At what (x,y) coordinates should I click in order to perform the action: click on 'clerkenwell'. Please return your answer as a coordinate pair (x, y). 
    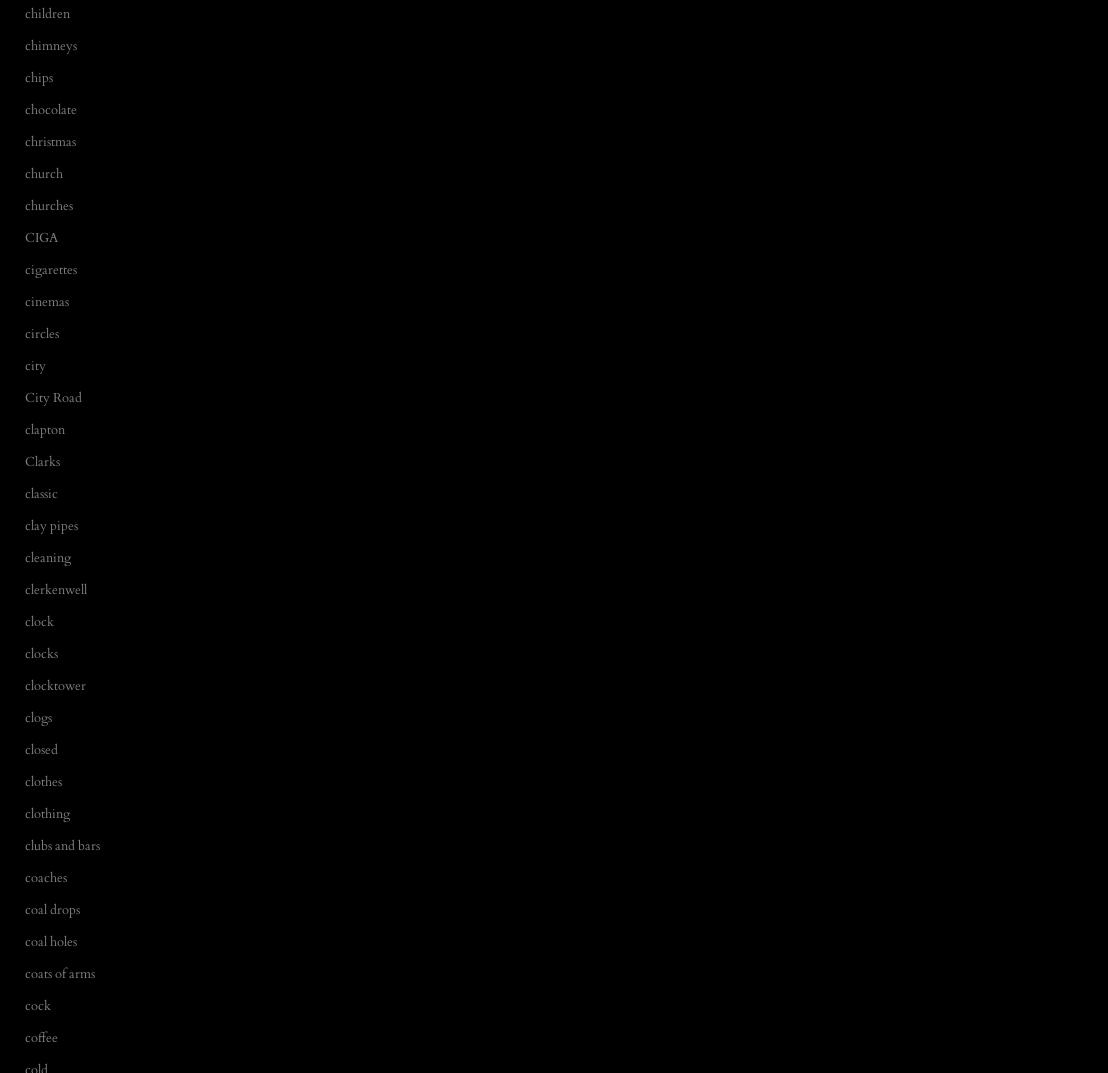
    Looking at the image, I should click on (54, 588).